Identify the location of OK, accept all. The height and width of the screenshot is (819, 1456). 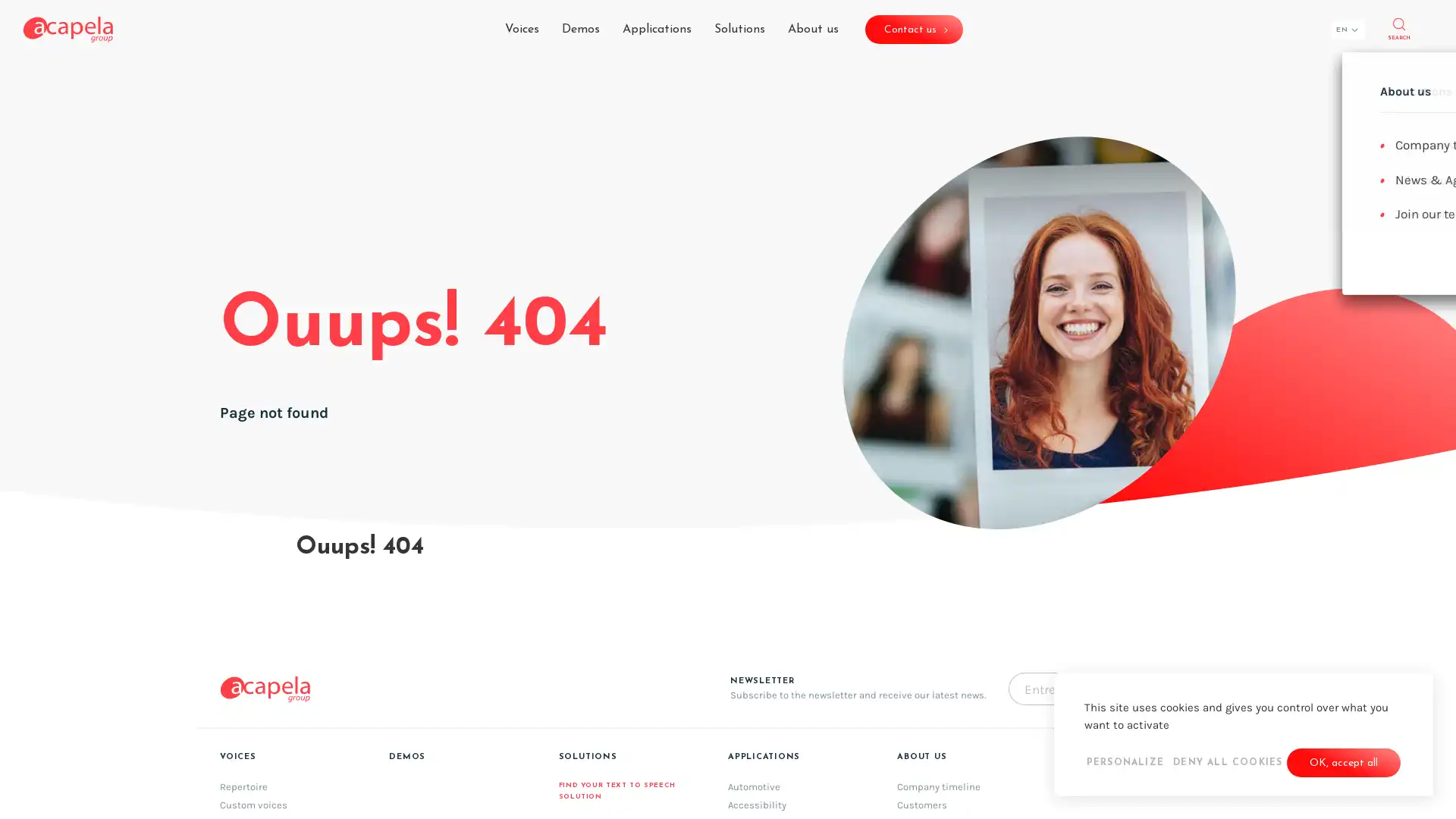
(1343, 763).